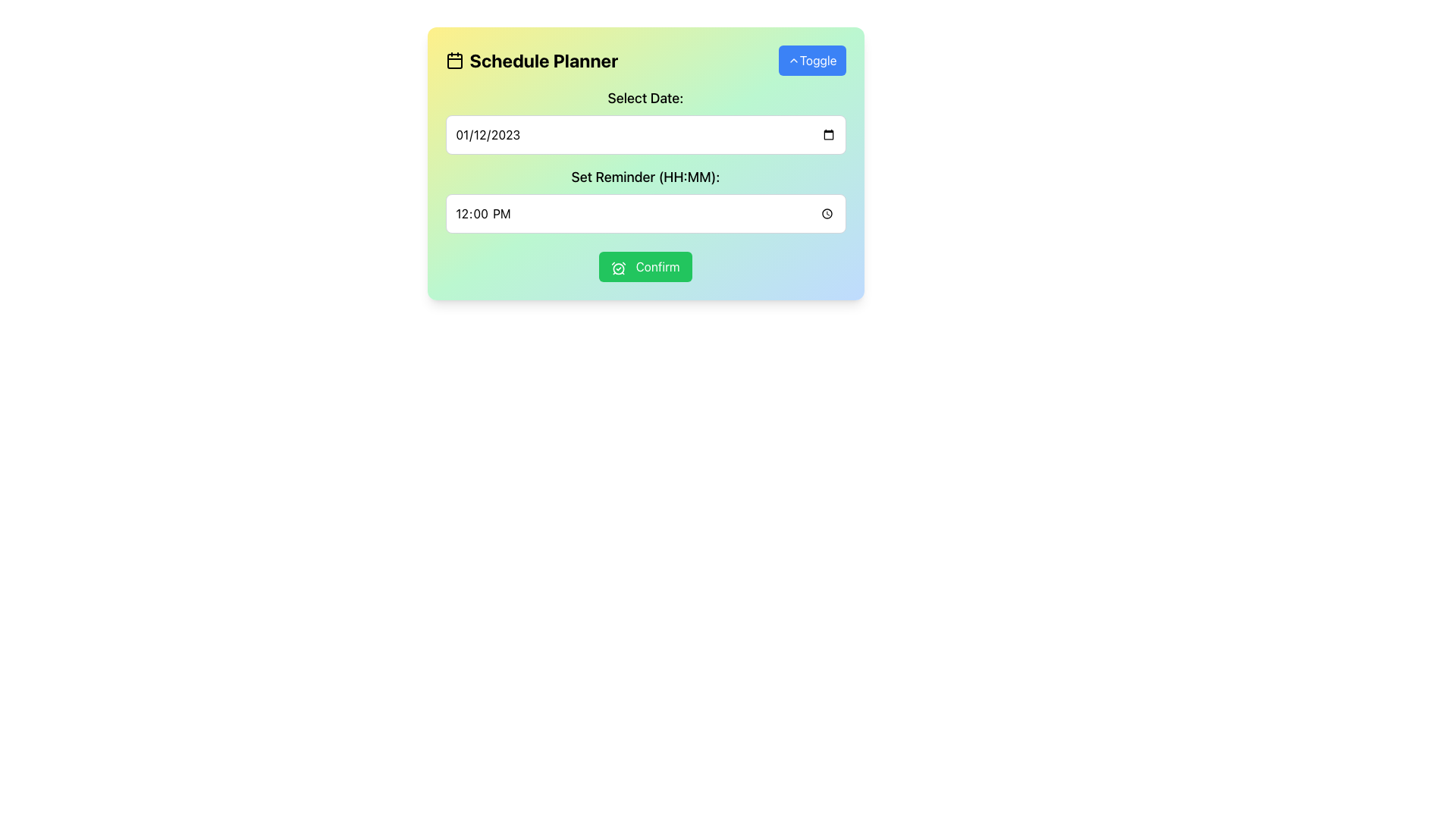 This screenshot has height=819, width=1456. Describe the element at coordinates (792, 60) in the screenshot. I see `the upward chevron icon located within the 'Toggle' button in the top-right section of the 'Schedule Planner' card` at that location.